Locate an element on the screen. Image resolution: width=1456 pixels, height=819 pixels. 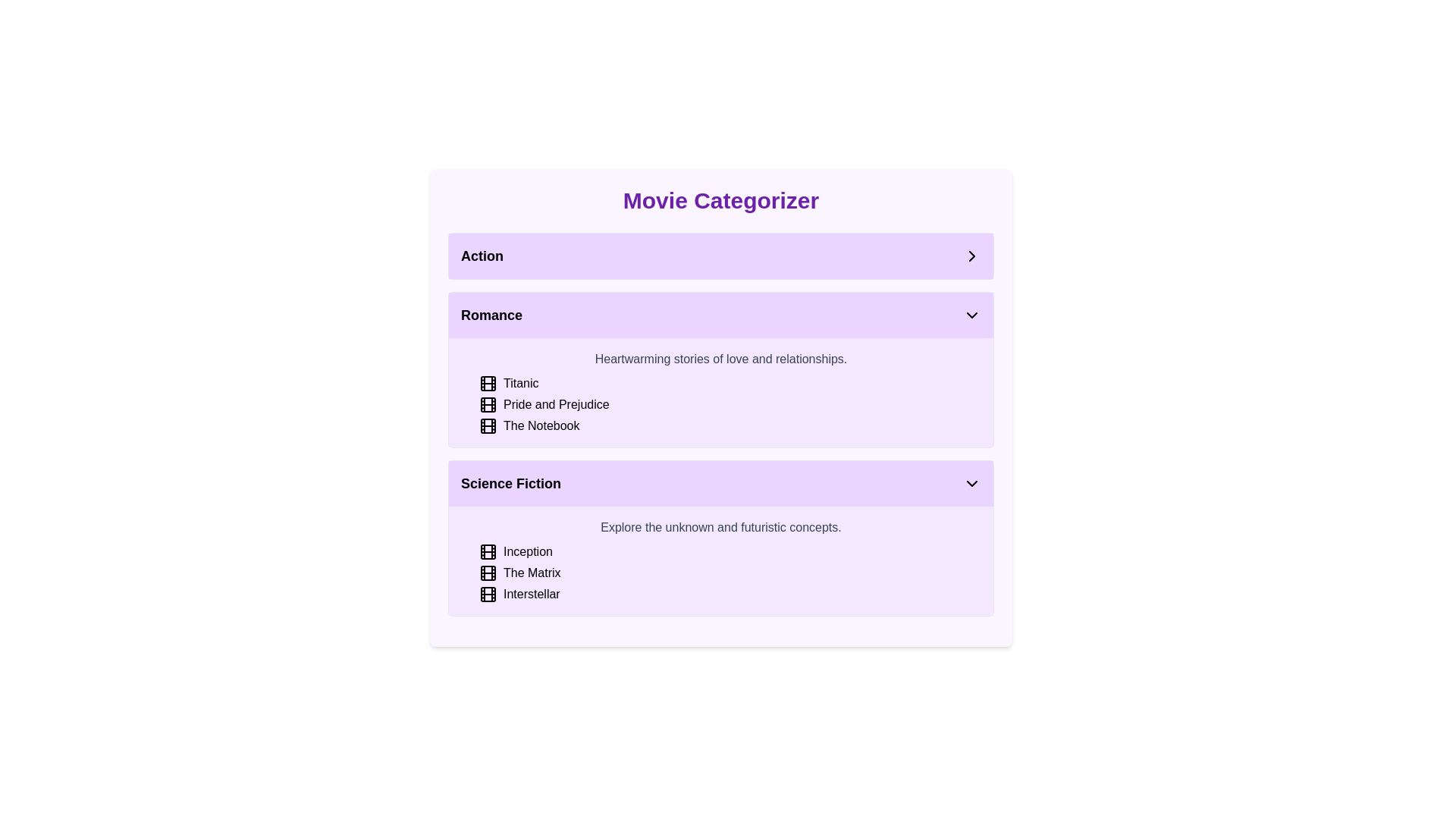
the right-pointing chevron icon button with a black outline located in the top right corner of the 'Action' section header is located at coordinates (971, 256).